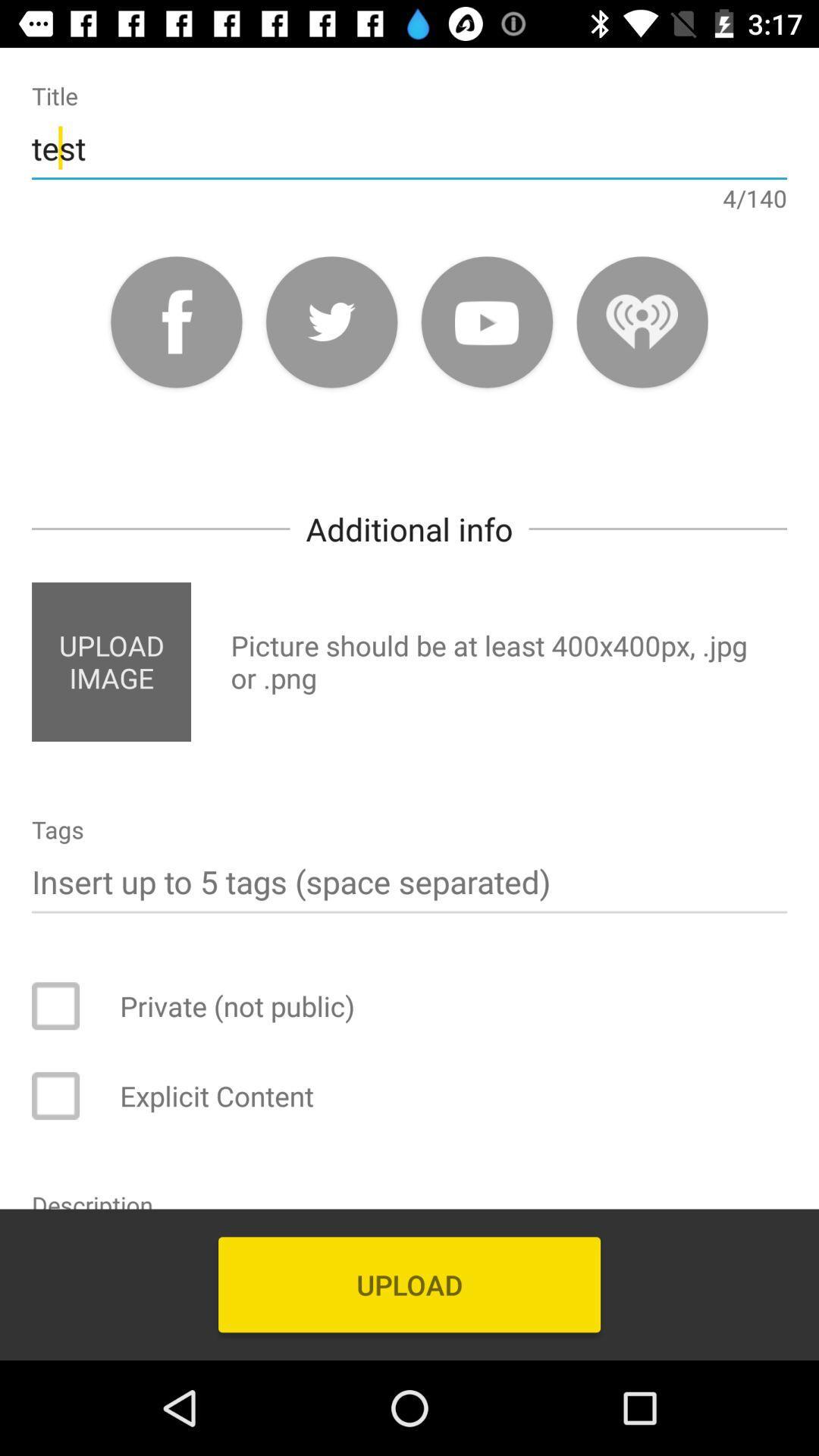 The width and height of the screenshot is (819, 1456). What do you see at coordinates (110, 662) in the screenshot?
I see `item on the left` at bounding box center [110, 662].